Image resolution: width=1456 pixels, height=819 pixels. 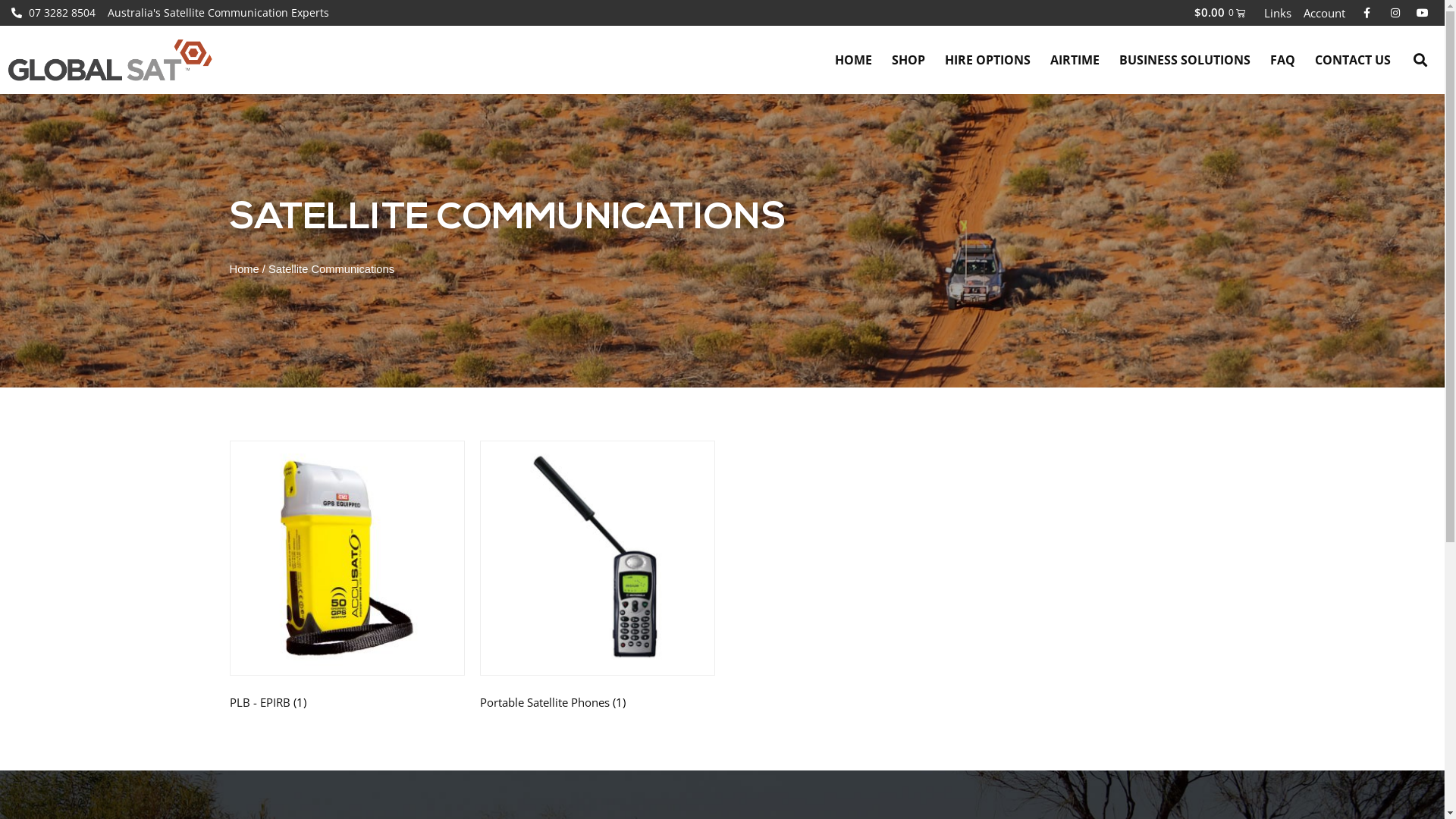 I want to click on 'CONTACT US', so click(x=1304, y=58).